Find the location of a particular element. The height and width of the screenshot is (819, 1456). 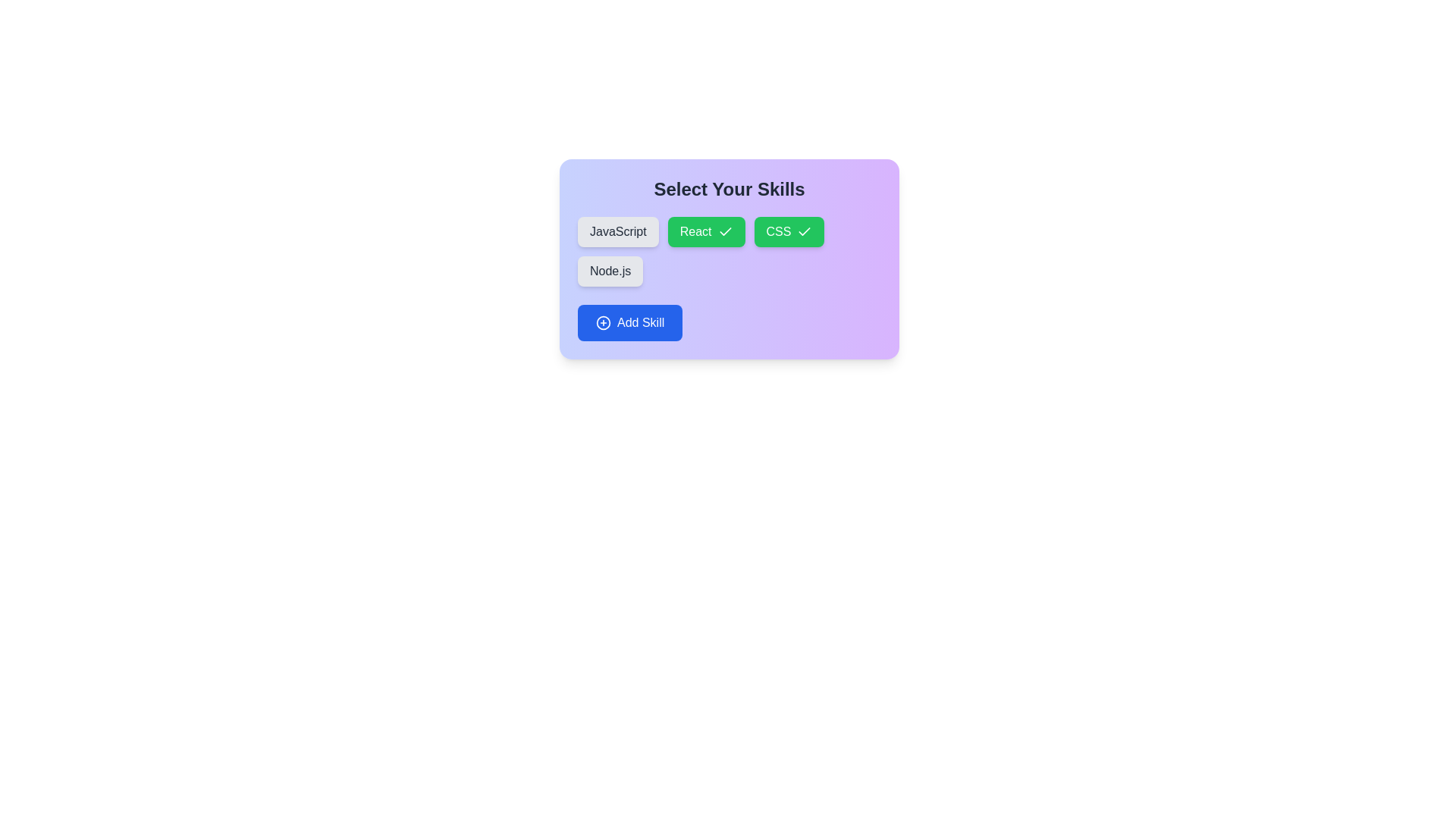

the skill Node.js is located at coordinates (610, 271).